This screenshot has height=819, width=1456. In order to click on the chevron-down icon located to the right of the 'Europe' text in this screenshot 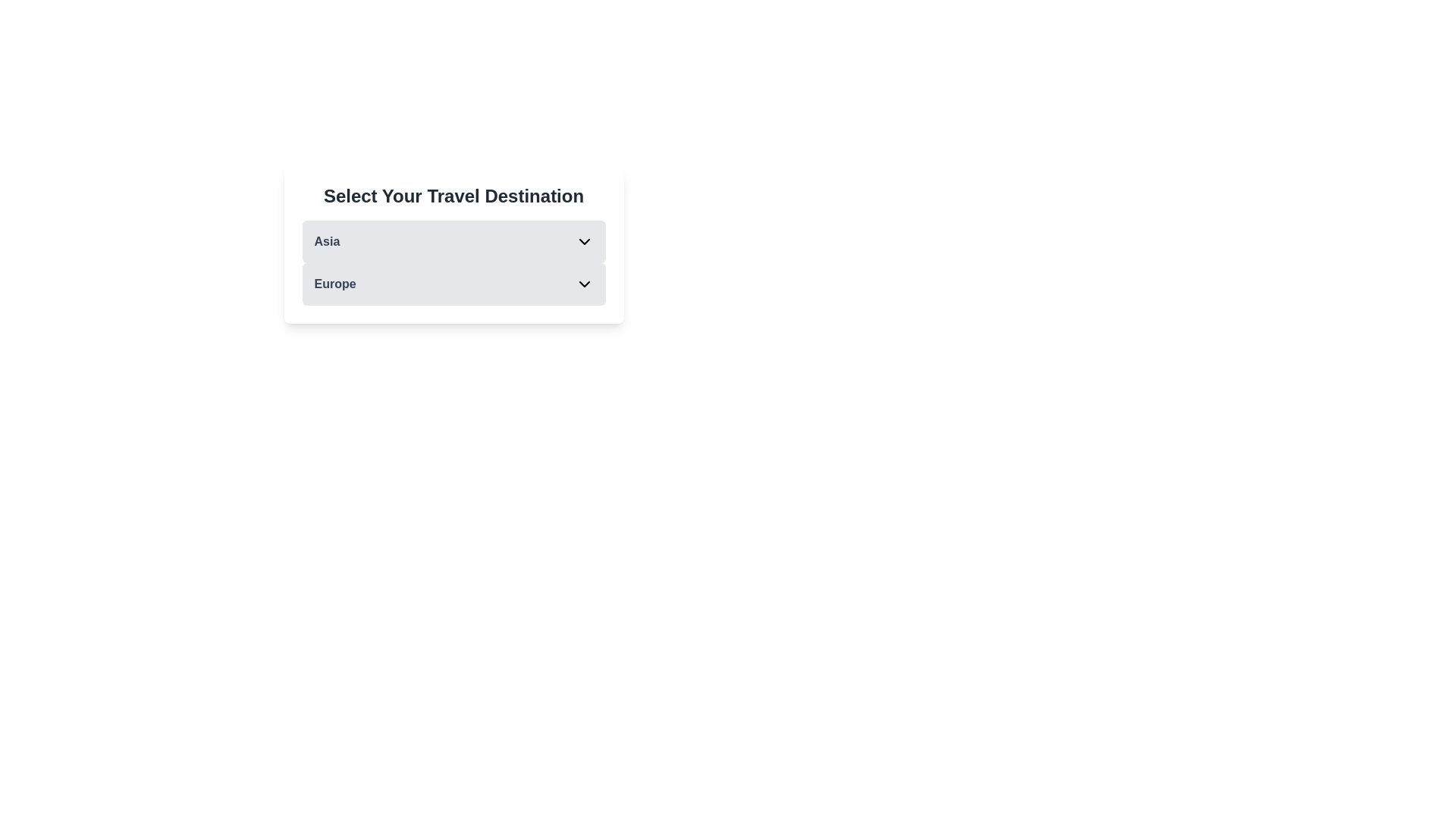, I will do `click(583, 284)`.